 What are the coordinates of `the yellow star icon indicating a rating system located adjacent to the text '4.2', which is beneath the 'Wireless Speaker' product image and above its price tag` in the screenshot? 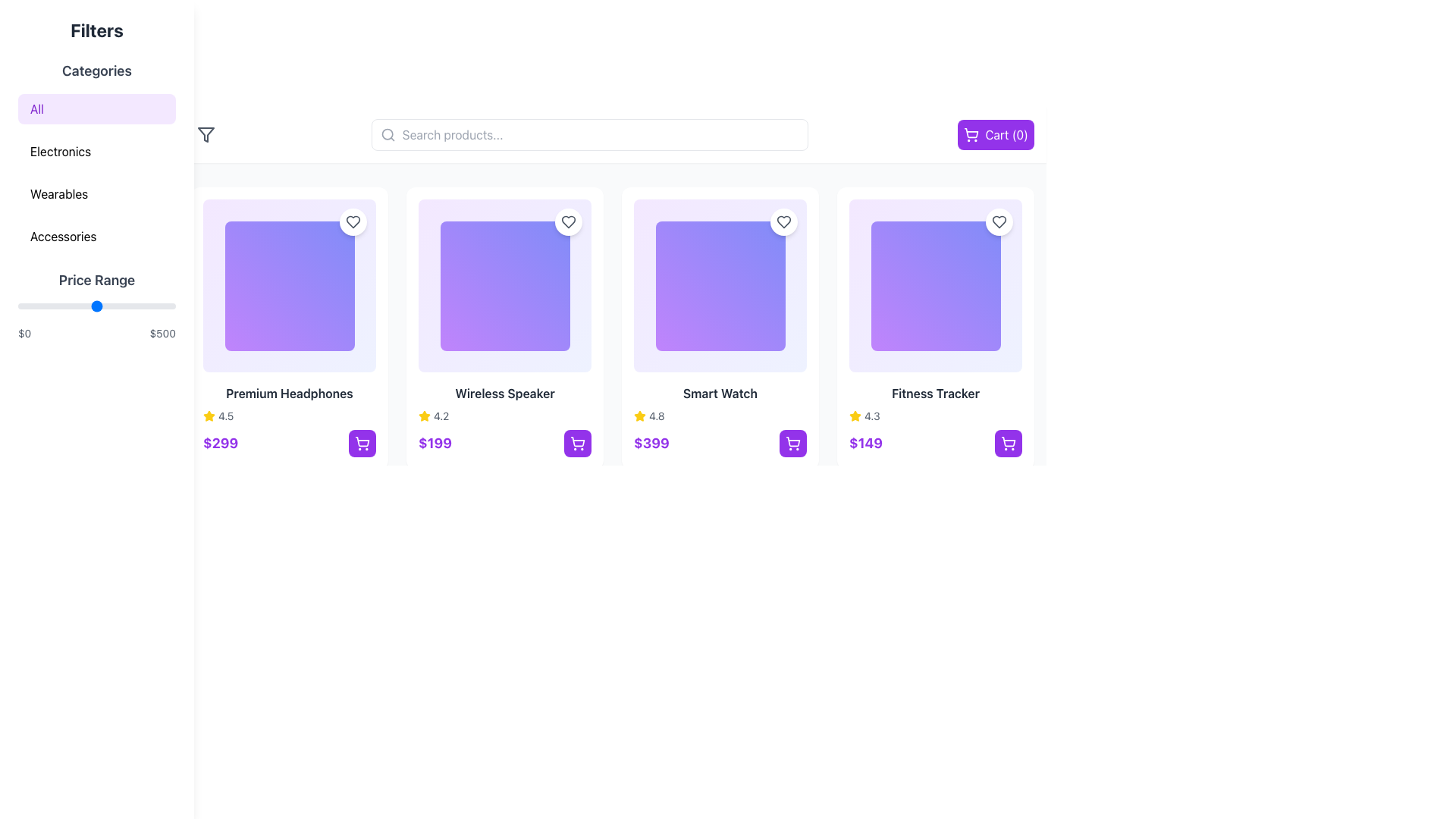 It's located at (425, 416).